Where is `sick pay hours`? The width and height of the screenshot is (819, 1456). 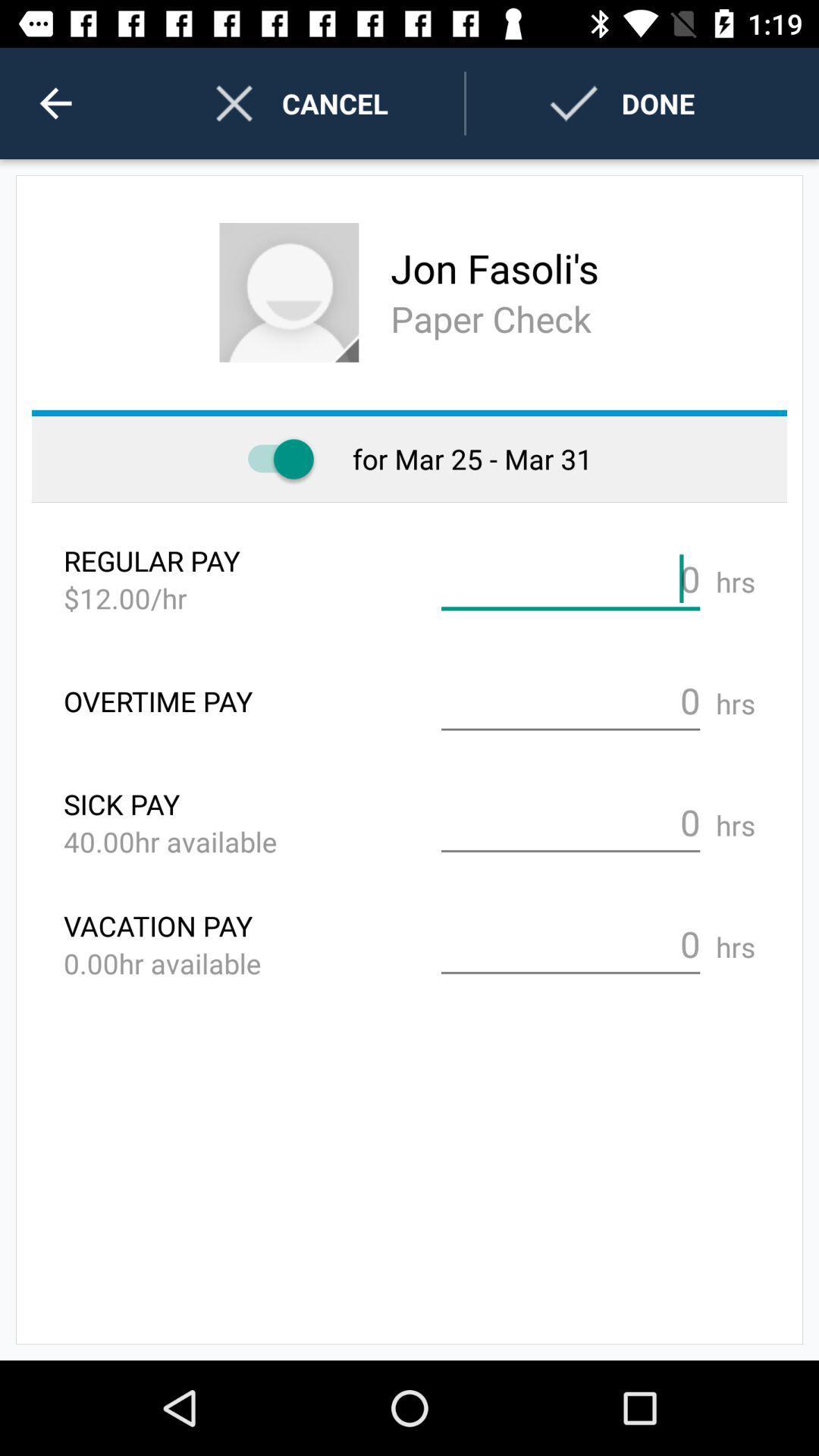
sick pay hours is located at coordinates (570, 822).